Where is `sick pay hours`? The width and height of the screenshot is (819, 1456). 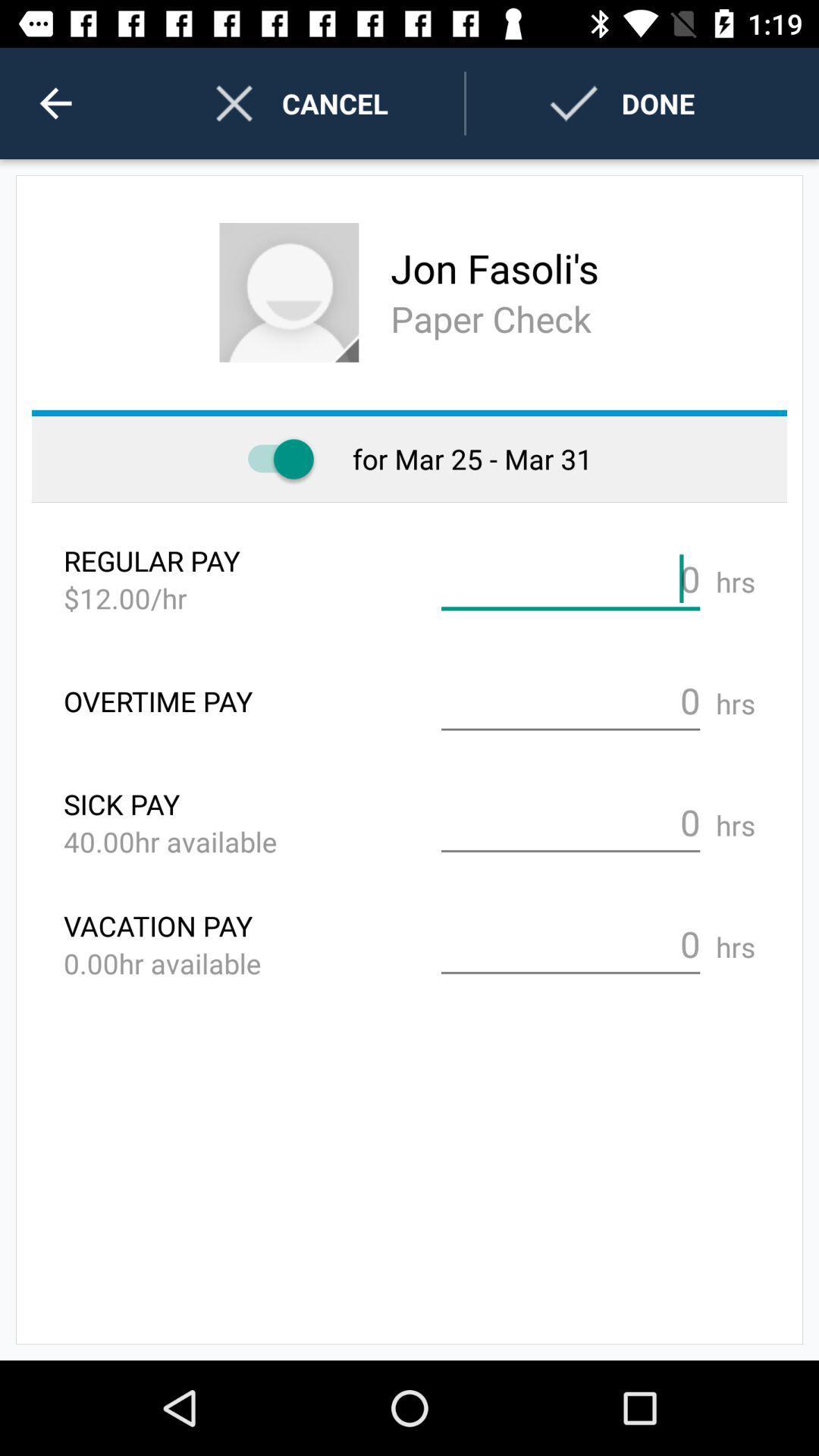
sick pay hours is located at coordinates (570, 822).